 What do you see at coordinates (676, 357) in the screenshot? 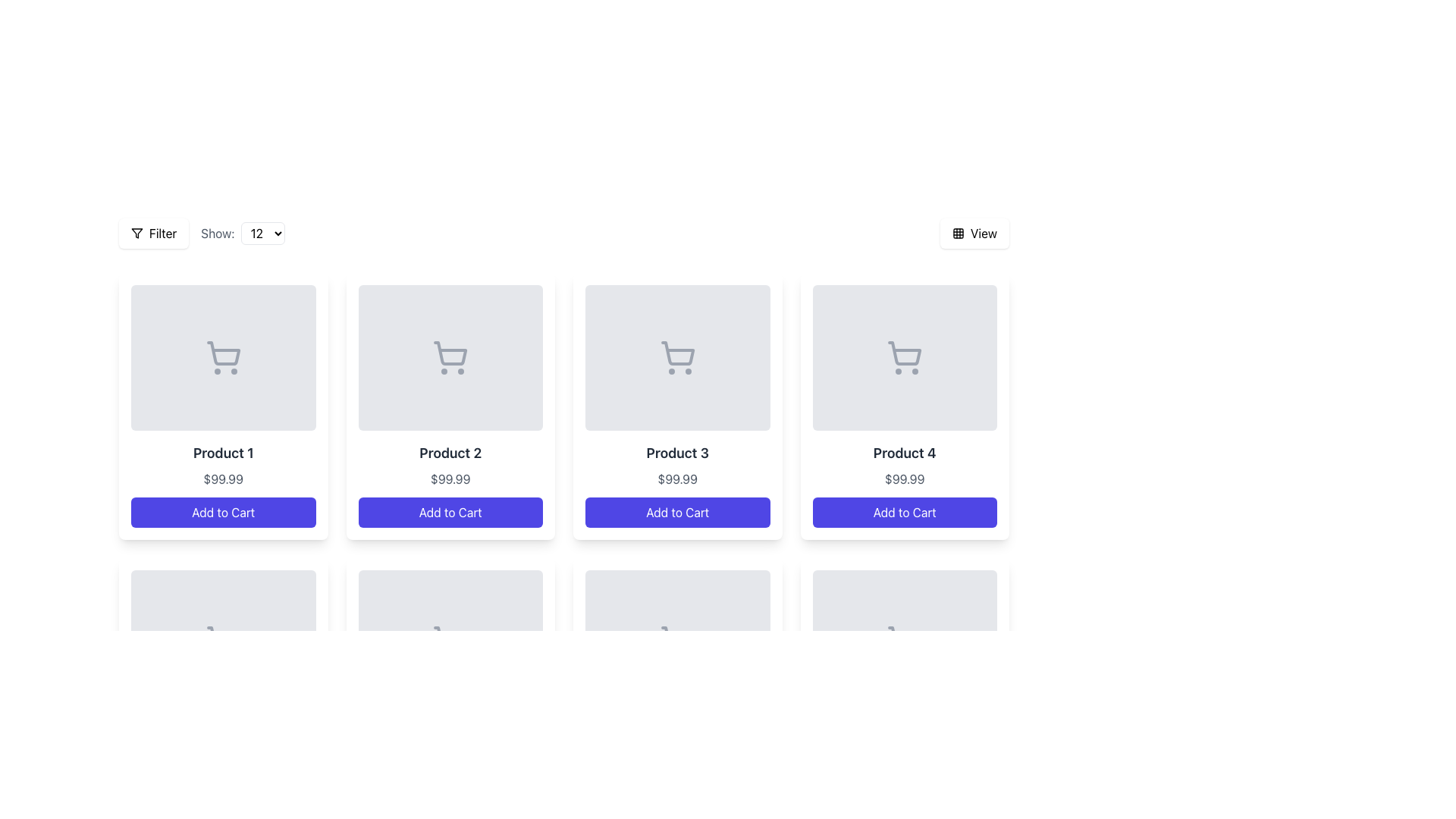
I see `the shopping cart icon located in the upper half of the product card labeled 'Product 3', which is styled with a simple outlined design in gray color` at bounding box center [676, 357].